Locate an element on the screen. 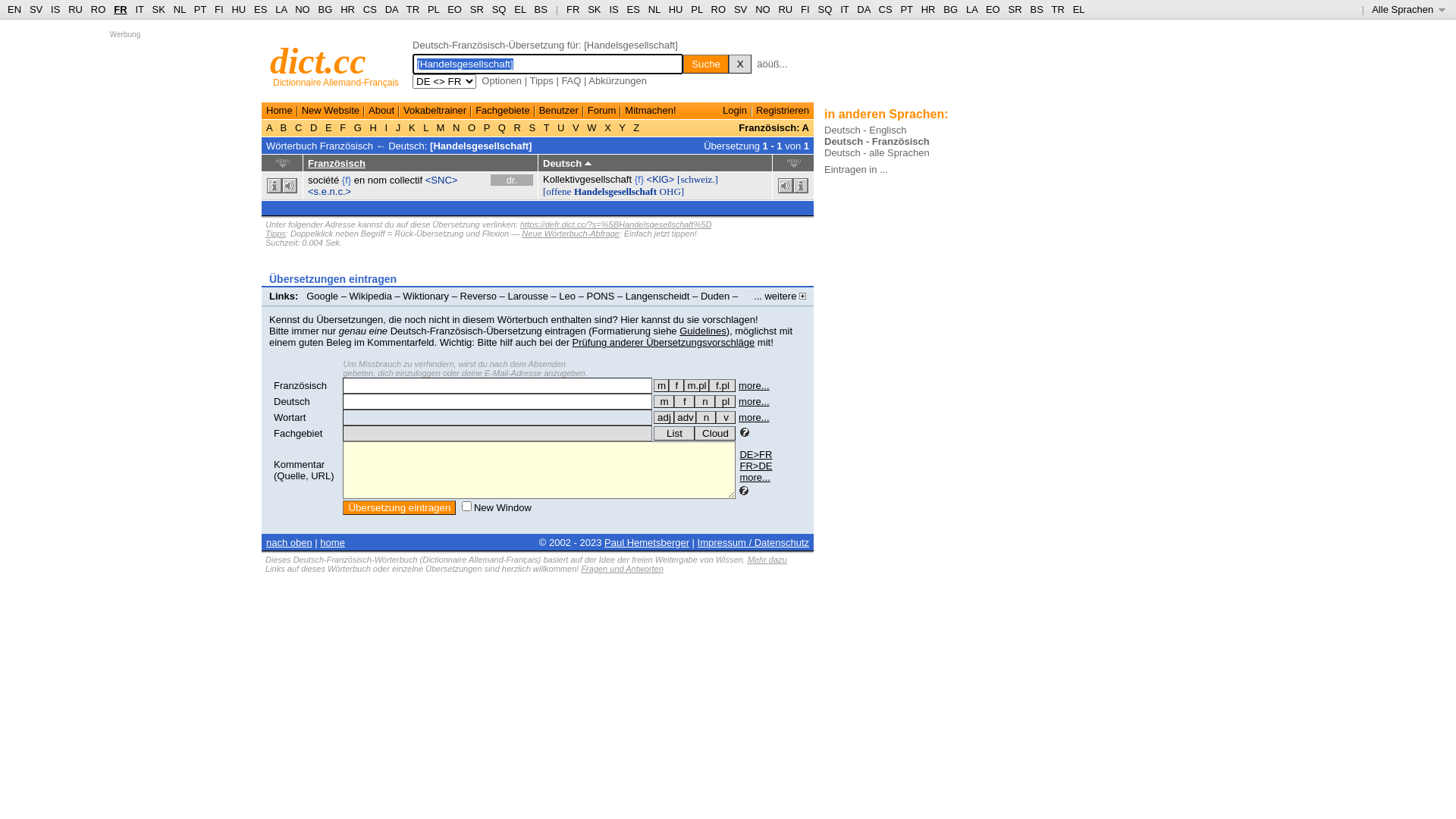 The image size is (1456, 819). 'Eintragen in ...' is located at coordinates (855, 169).